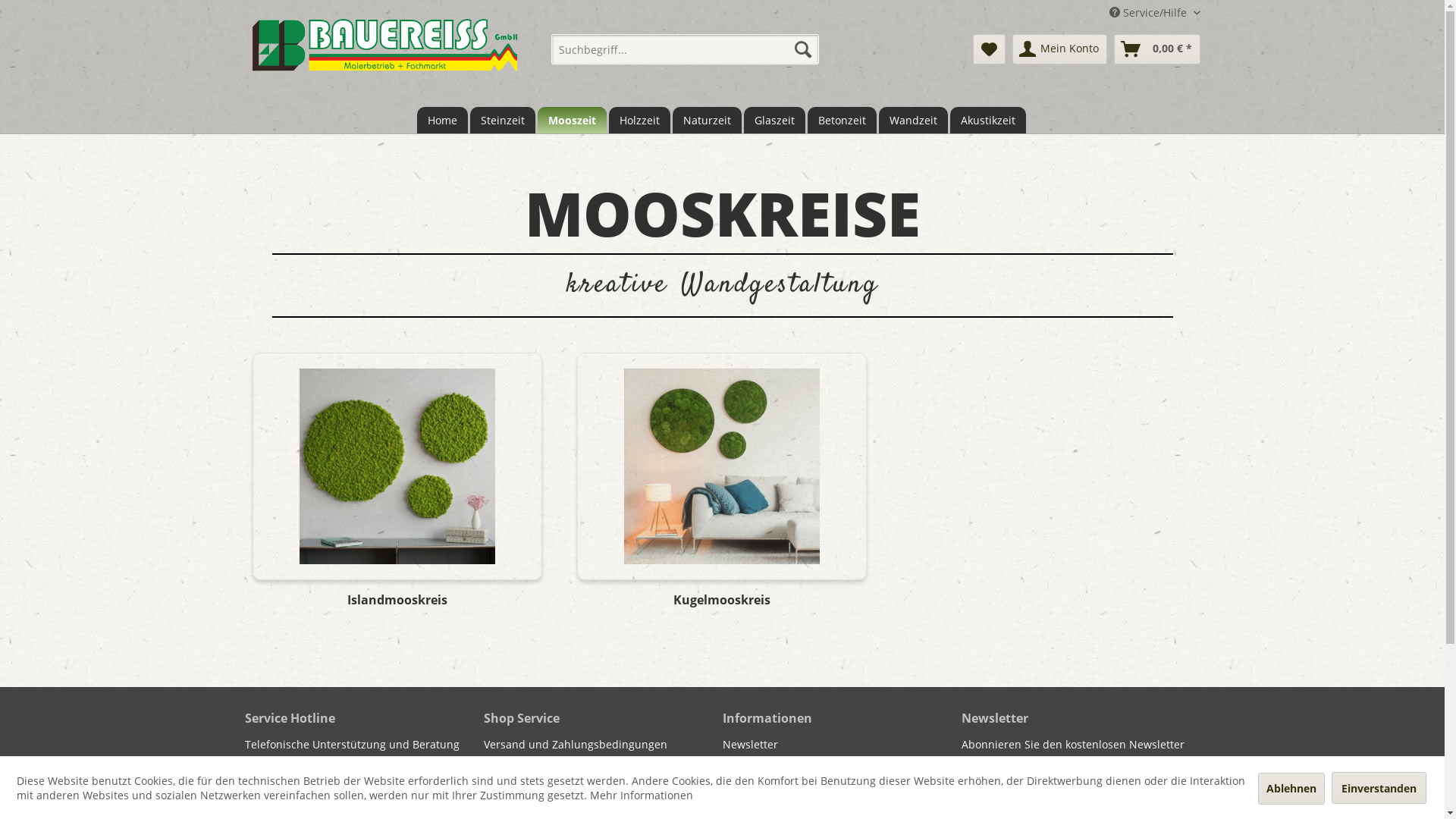 The width and height of the screenshot is (1456, 819). What do you see at coordinates (641, 794) in the screenshot?
I see `'Mehr Informationen'` at bounding box center [641, 794].